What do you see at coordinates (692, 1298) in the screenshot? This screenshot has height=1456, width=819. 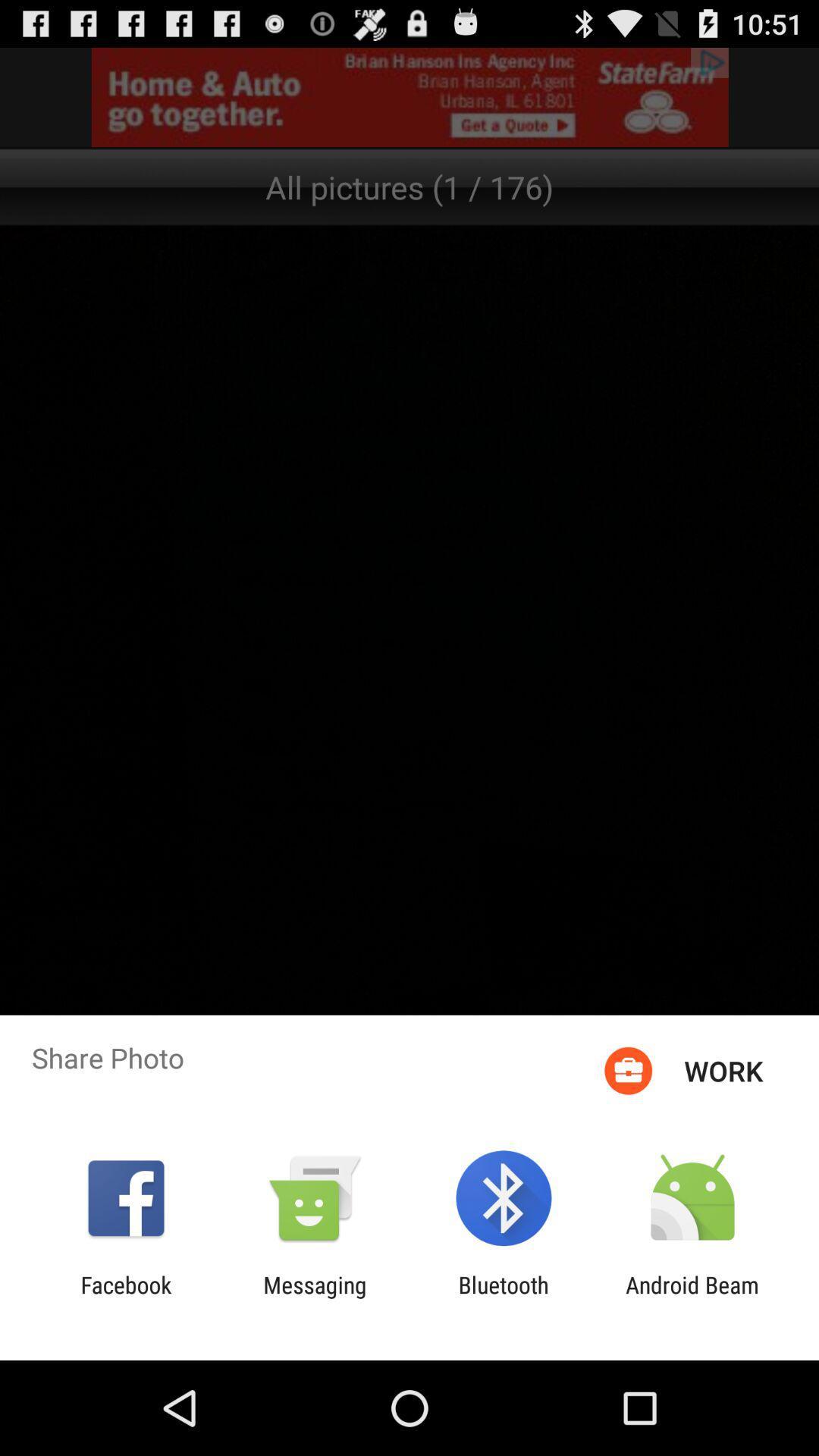 I see `the android beam app` at bounding box center [692, 1298].